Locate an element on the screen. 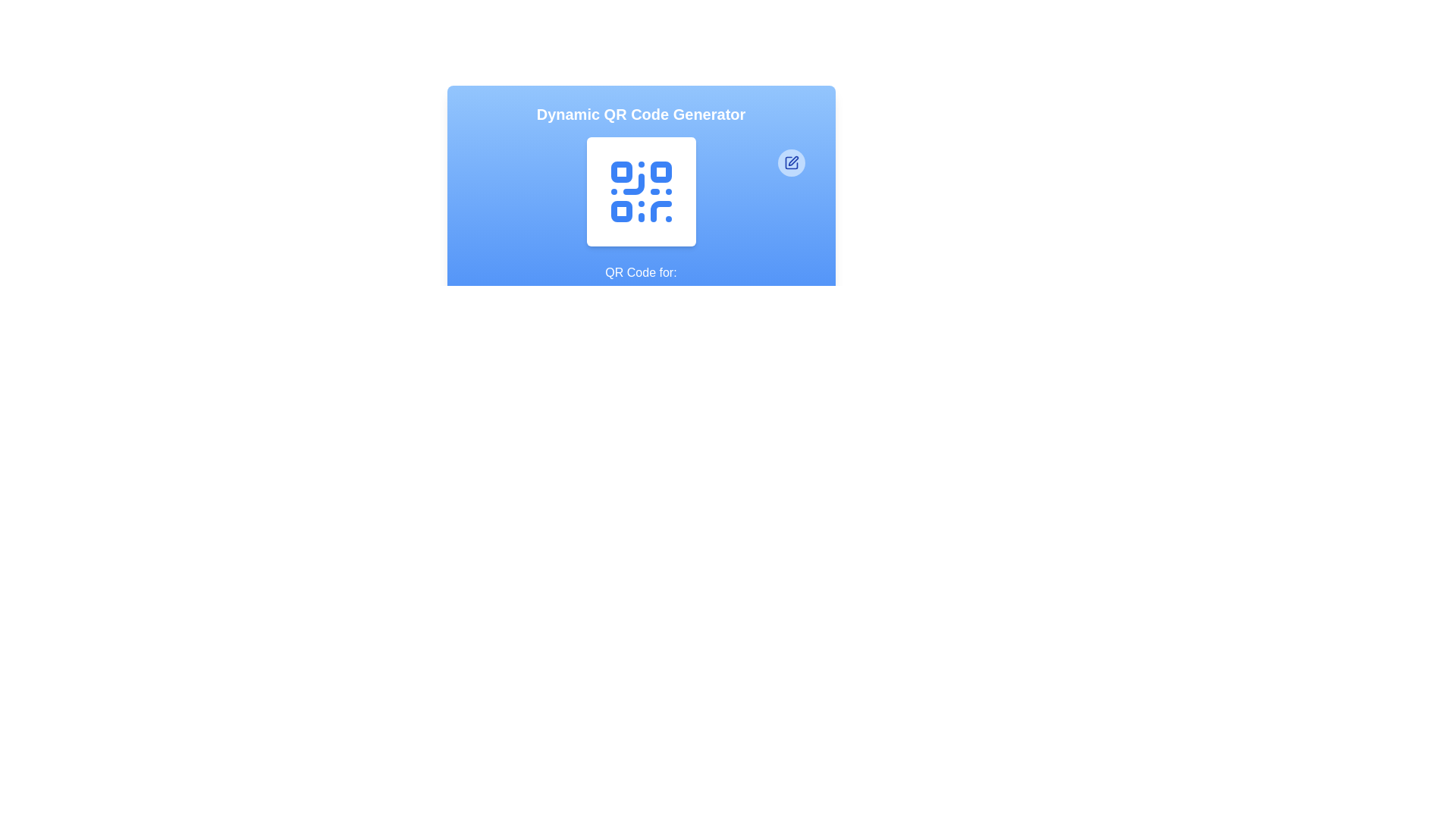 This screenshot has width=1456, height=819. the small, curved stroke within the QR code design located in the middle-left area of the QR code's intricate structure is located at coordinates (633, 184).